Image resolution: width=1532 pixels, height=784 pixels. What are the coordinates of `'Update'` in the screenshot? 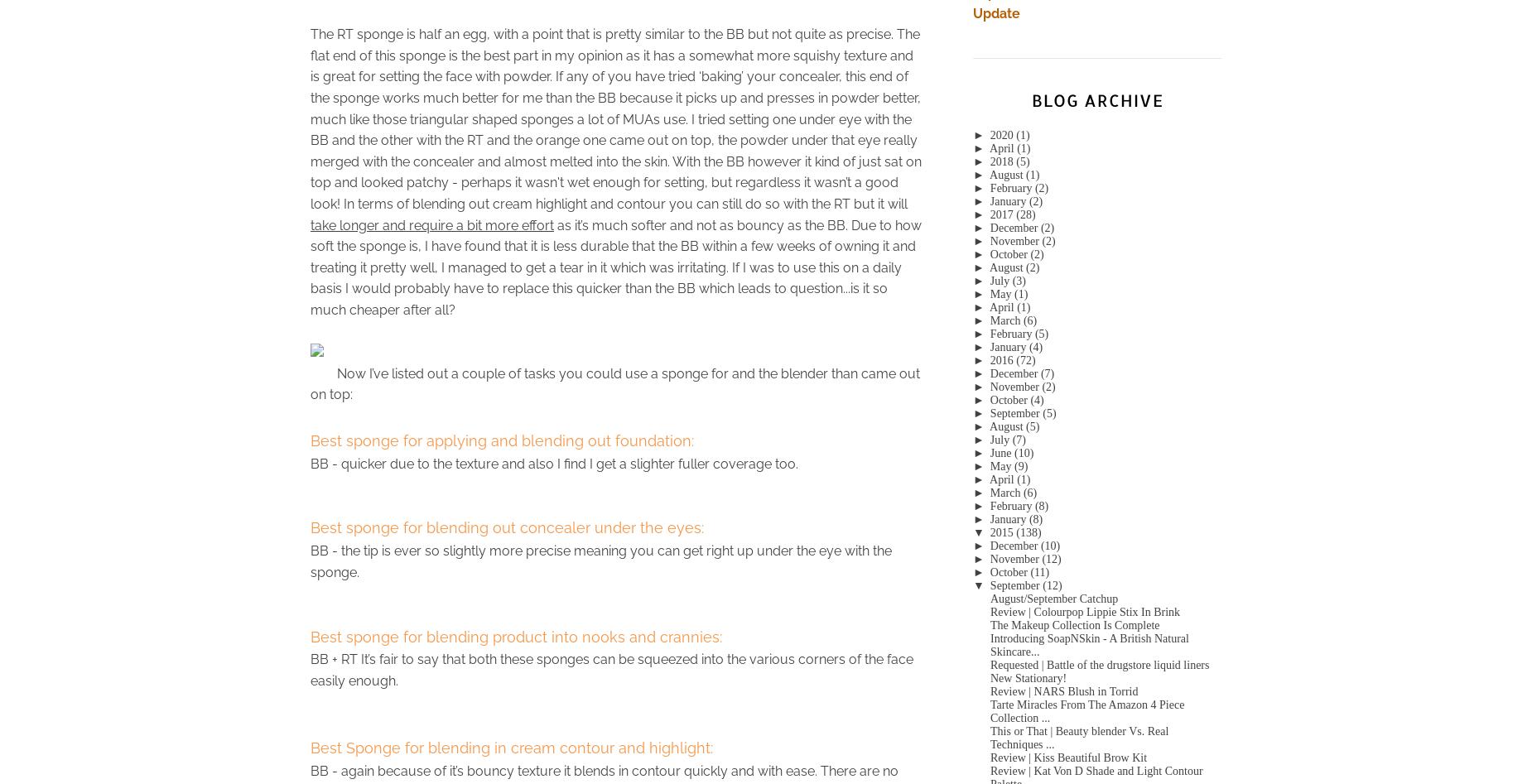 It's located at (995, 13).